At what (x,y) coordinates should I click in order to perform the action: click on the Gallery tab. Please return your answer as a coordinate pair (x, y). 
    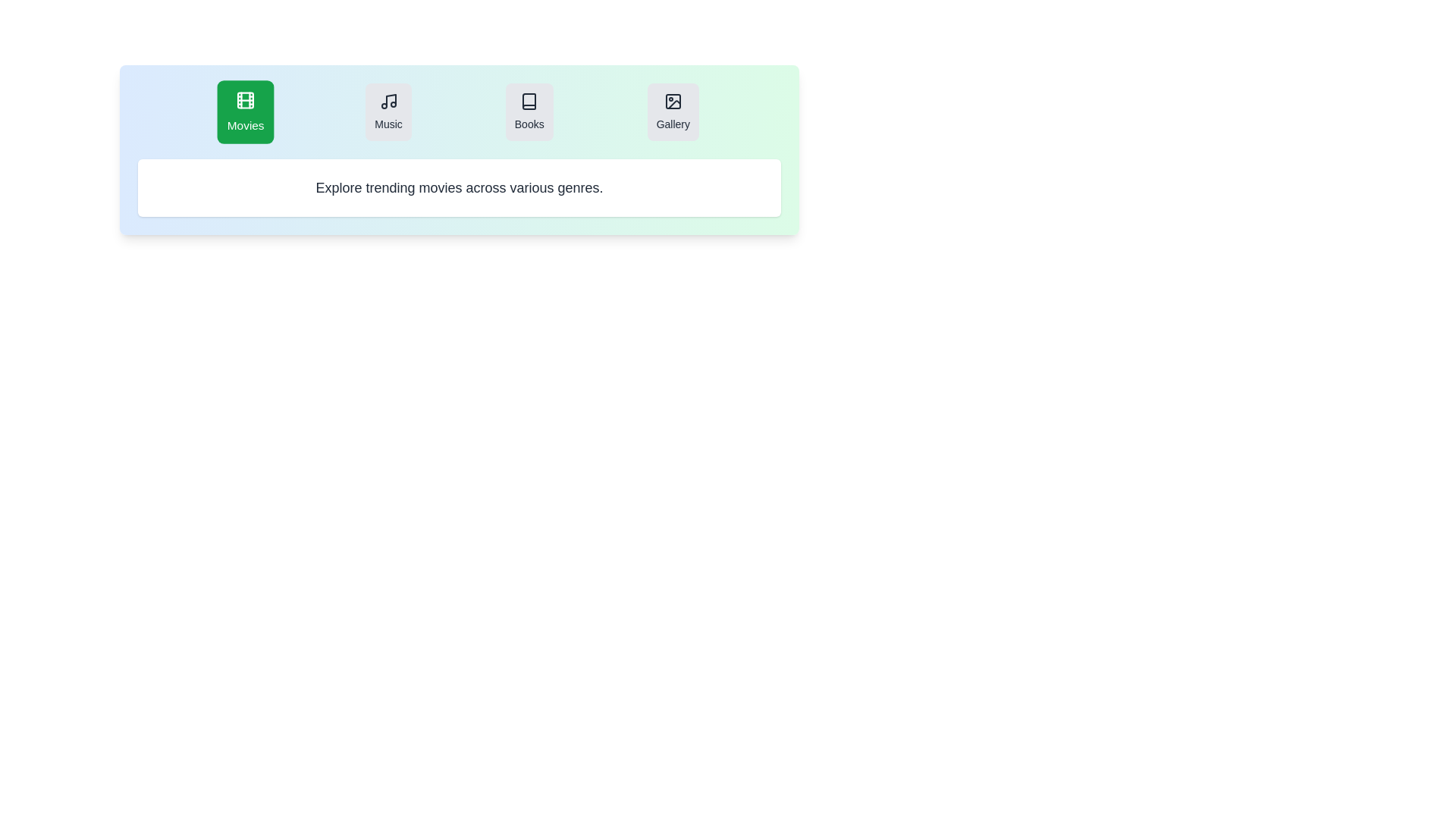
    Looking at the image, I should click on (672, 111).